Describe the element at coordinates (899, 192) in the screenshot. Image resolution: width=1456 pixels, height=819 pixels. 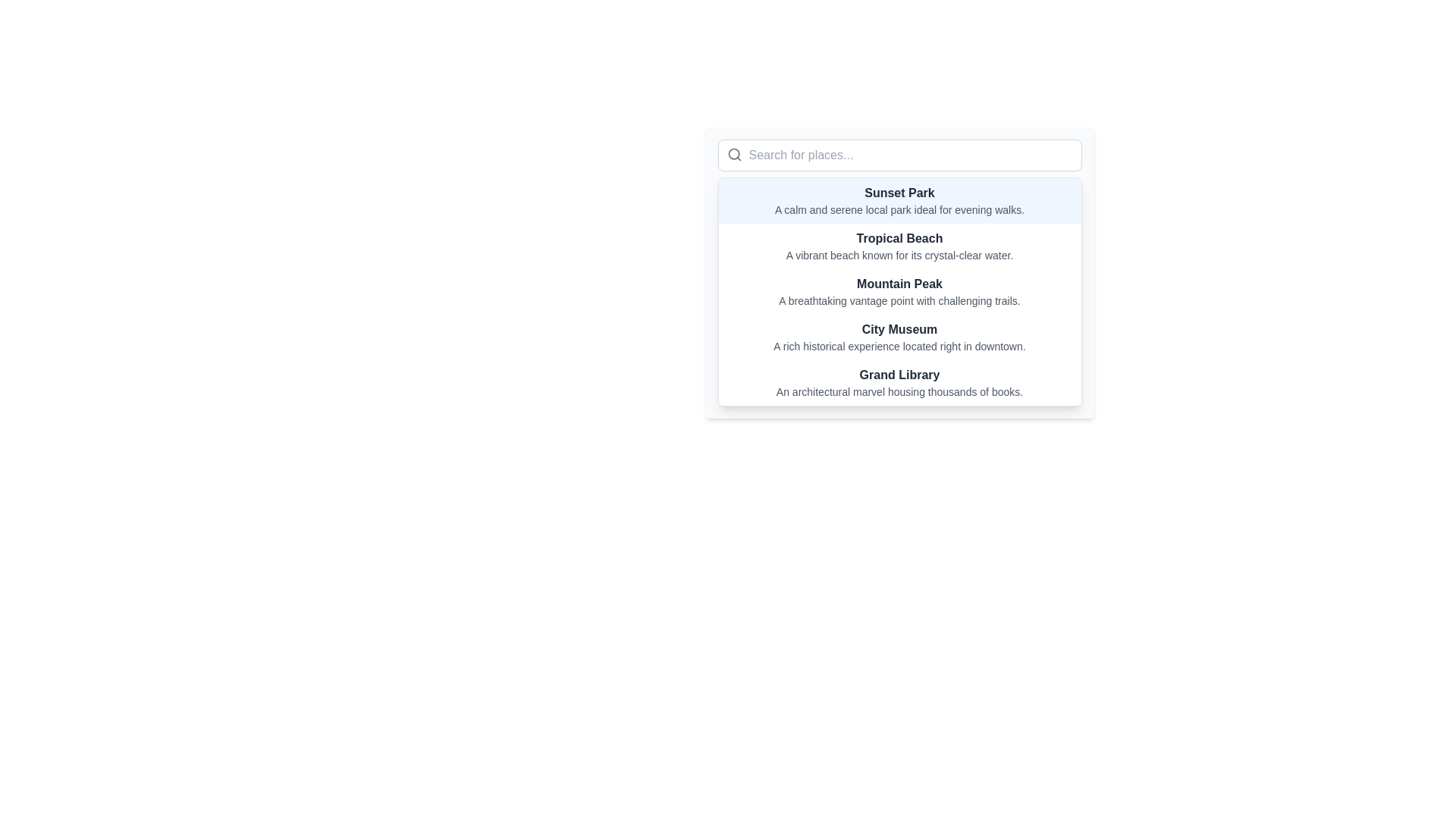
I see `the Text label displaying 'Sunset Park' in bold, black font on a light-blue background` at that location.